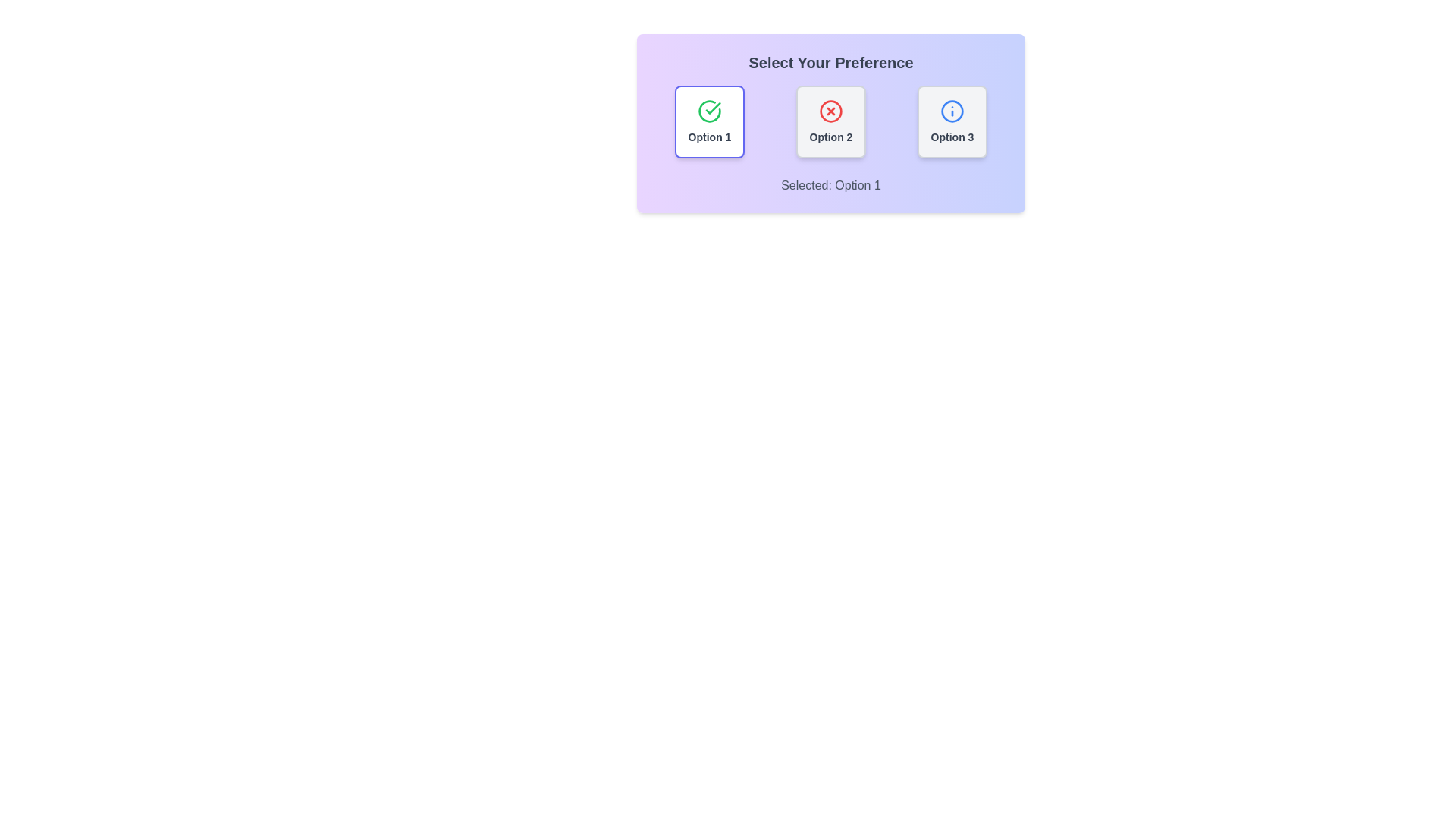  I want to click on the button corresponding to Option 1 to select it, so click(709, 121).